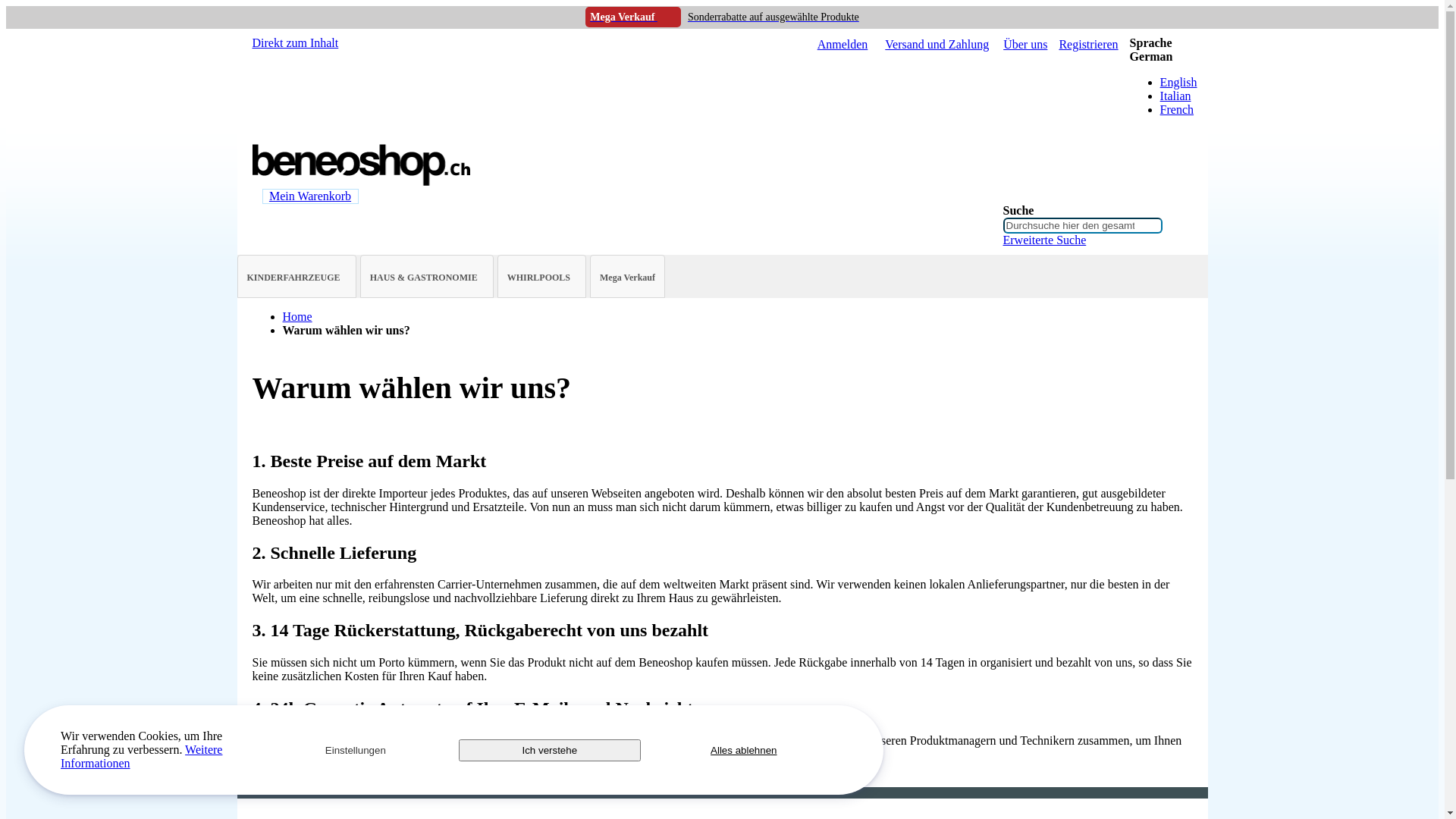 The image size is (1456, 819). Describe the element at coordinates (1175, 96) in the screenshot. I see `'Italian'` at that location.